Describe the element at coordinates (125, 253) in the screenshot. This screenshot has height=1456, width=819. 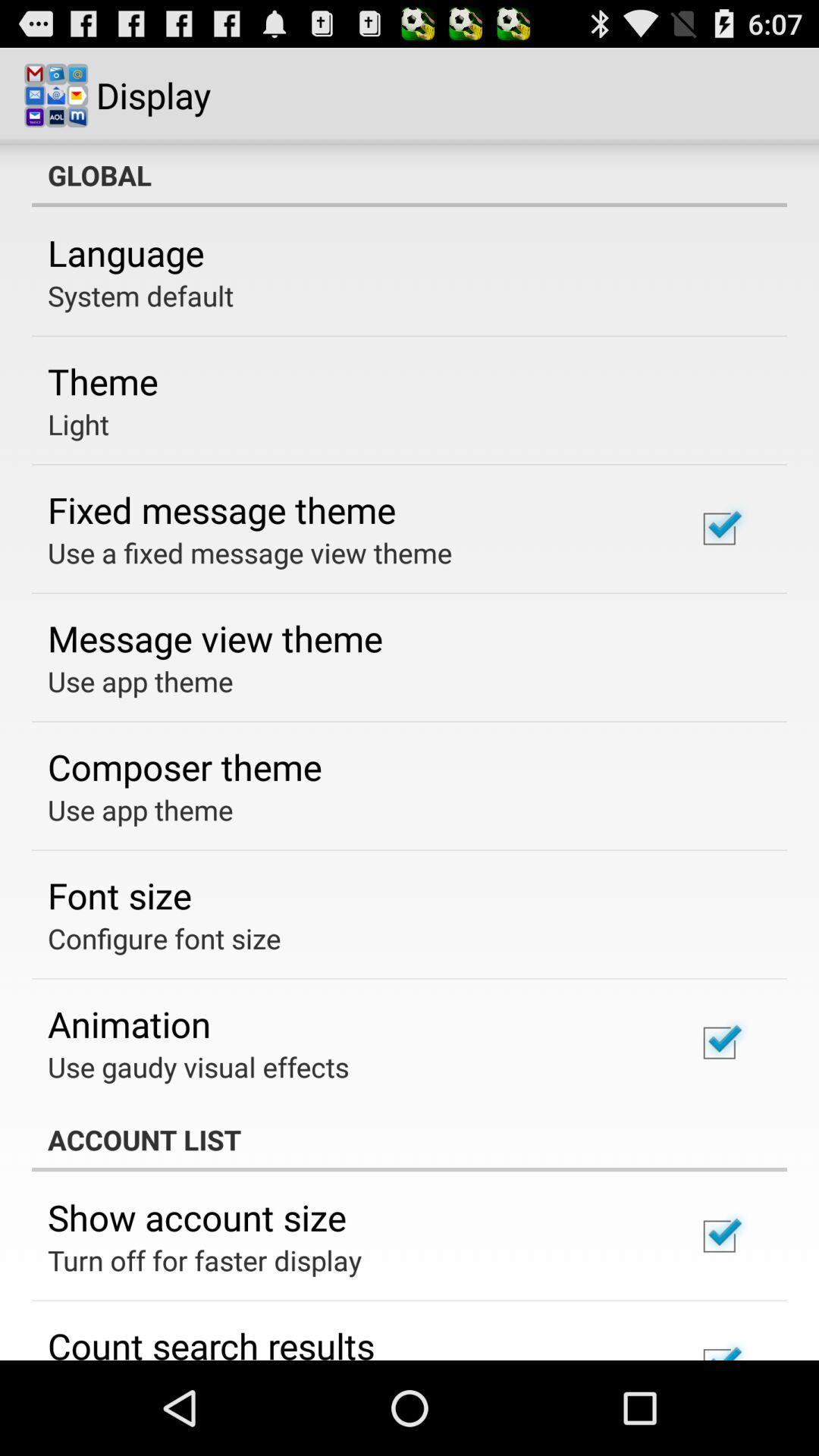
I see `language icon` at that location.